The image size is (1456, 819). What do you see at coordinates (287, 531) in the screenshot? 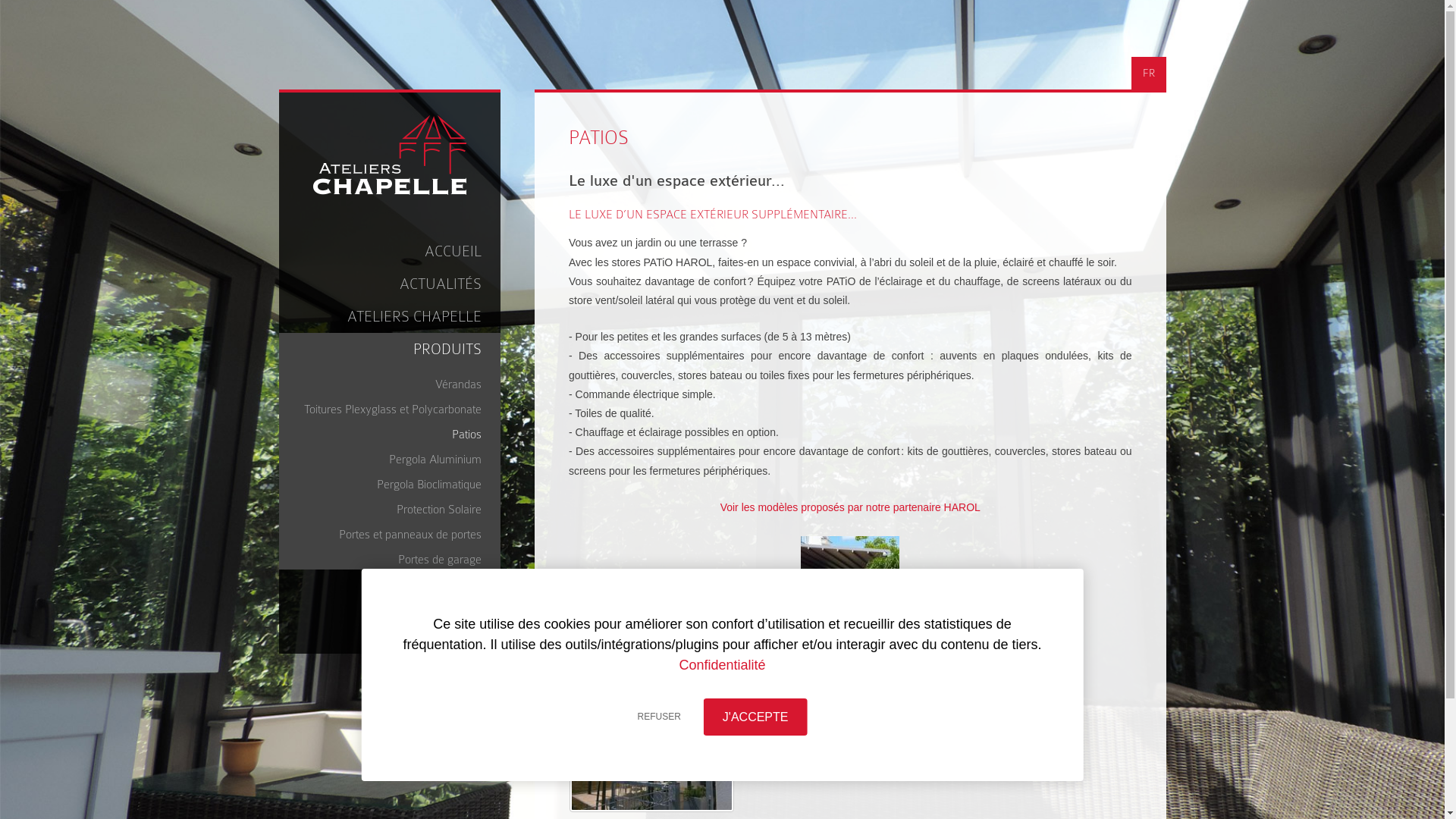
I see `'Portes et panneaux de portes'` at bounding box center [287, 531].